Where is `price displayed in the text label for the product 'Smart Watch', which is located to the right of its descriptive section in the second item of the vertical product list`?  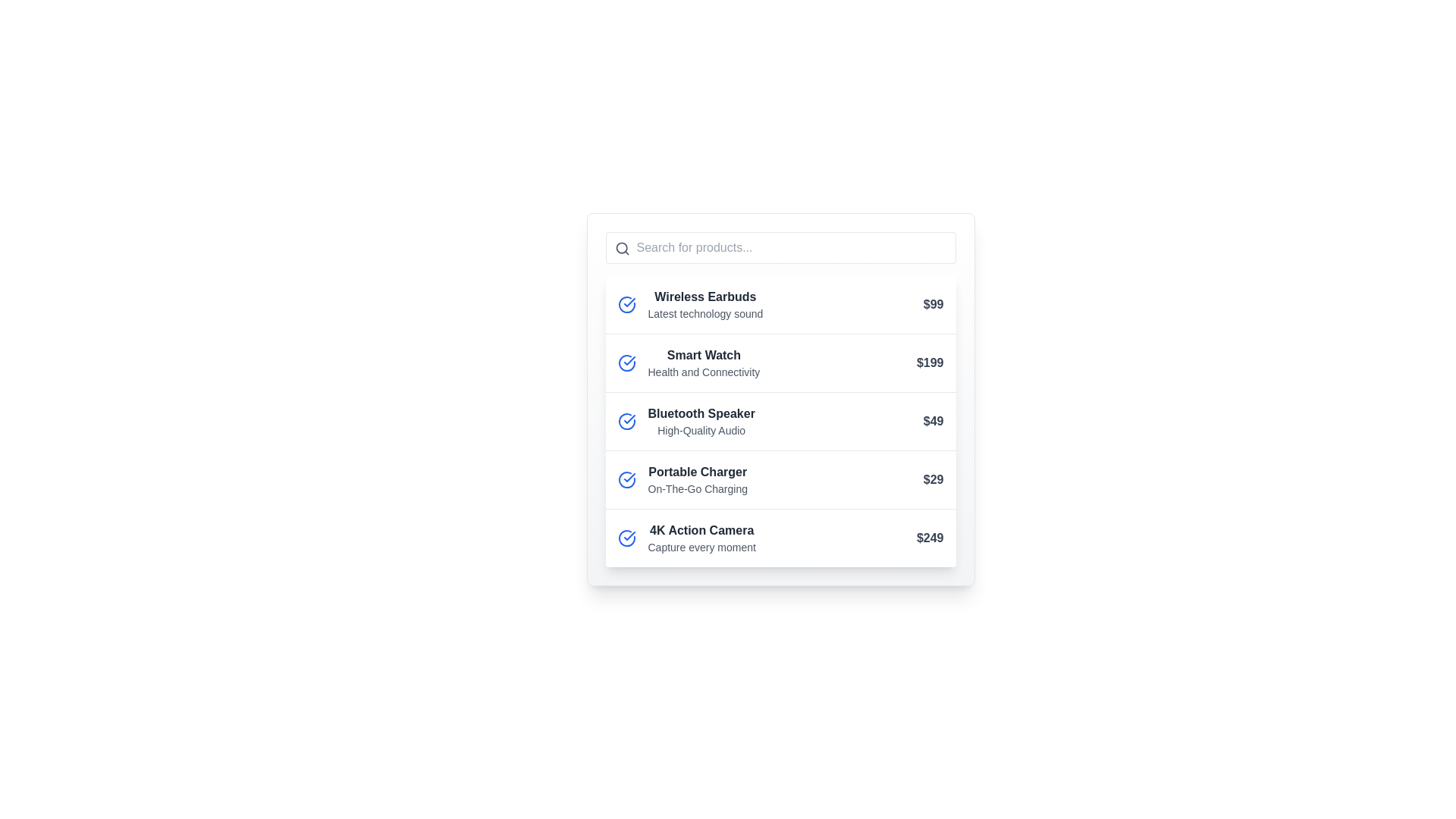
price displayed in the text label for the product 'Smart Watch', which is located to the right of its descriptive section in the second item of the vertical product list is located at coordinates (929, 362).